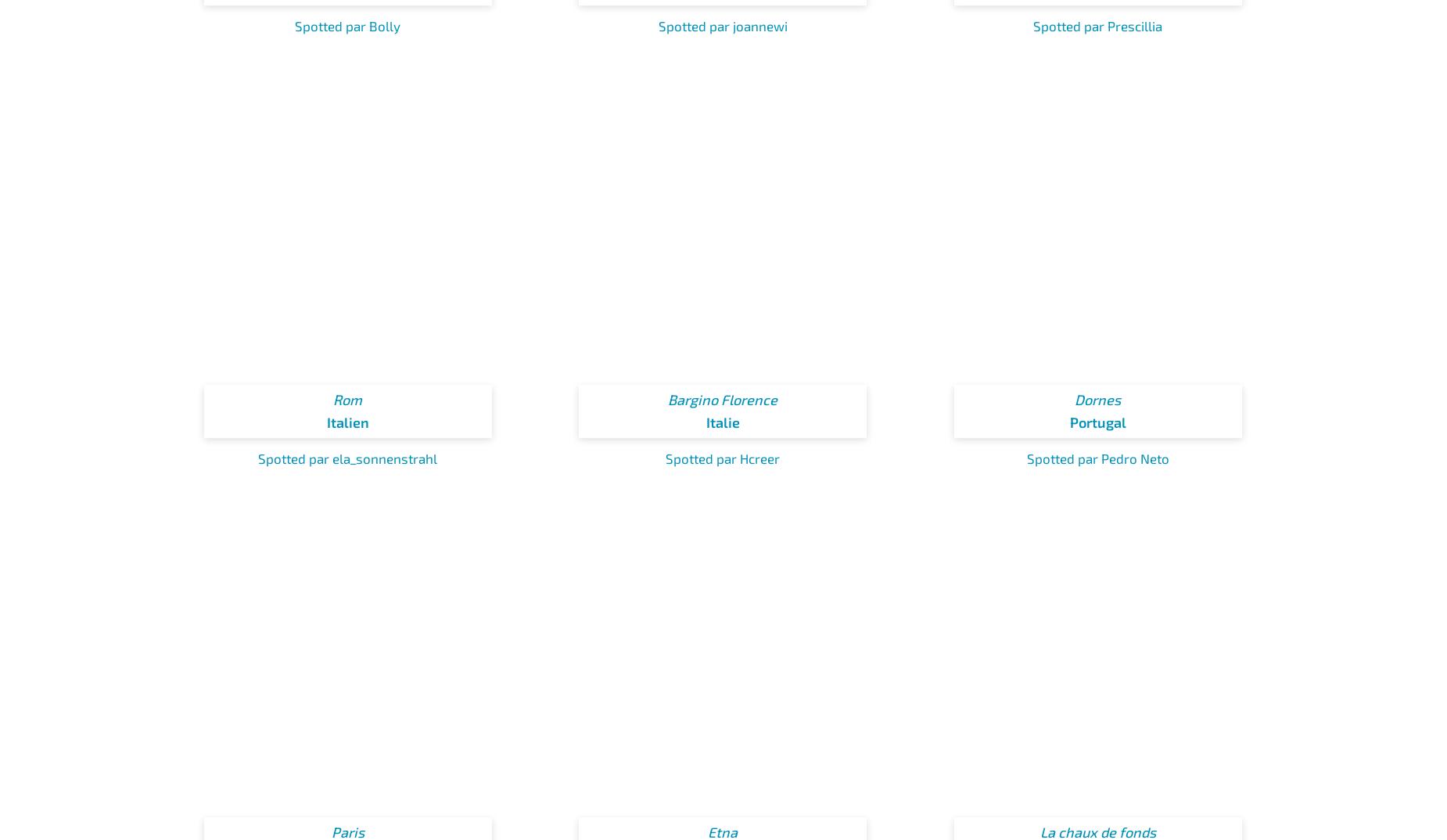 This screenshot has width=1447, height=840. Describe the element at coordinates (346, 422) in the screenshot. I see `'Italien'` at that location.